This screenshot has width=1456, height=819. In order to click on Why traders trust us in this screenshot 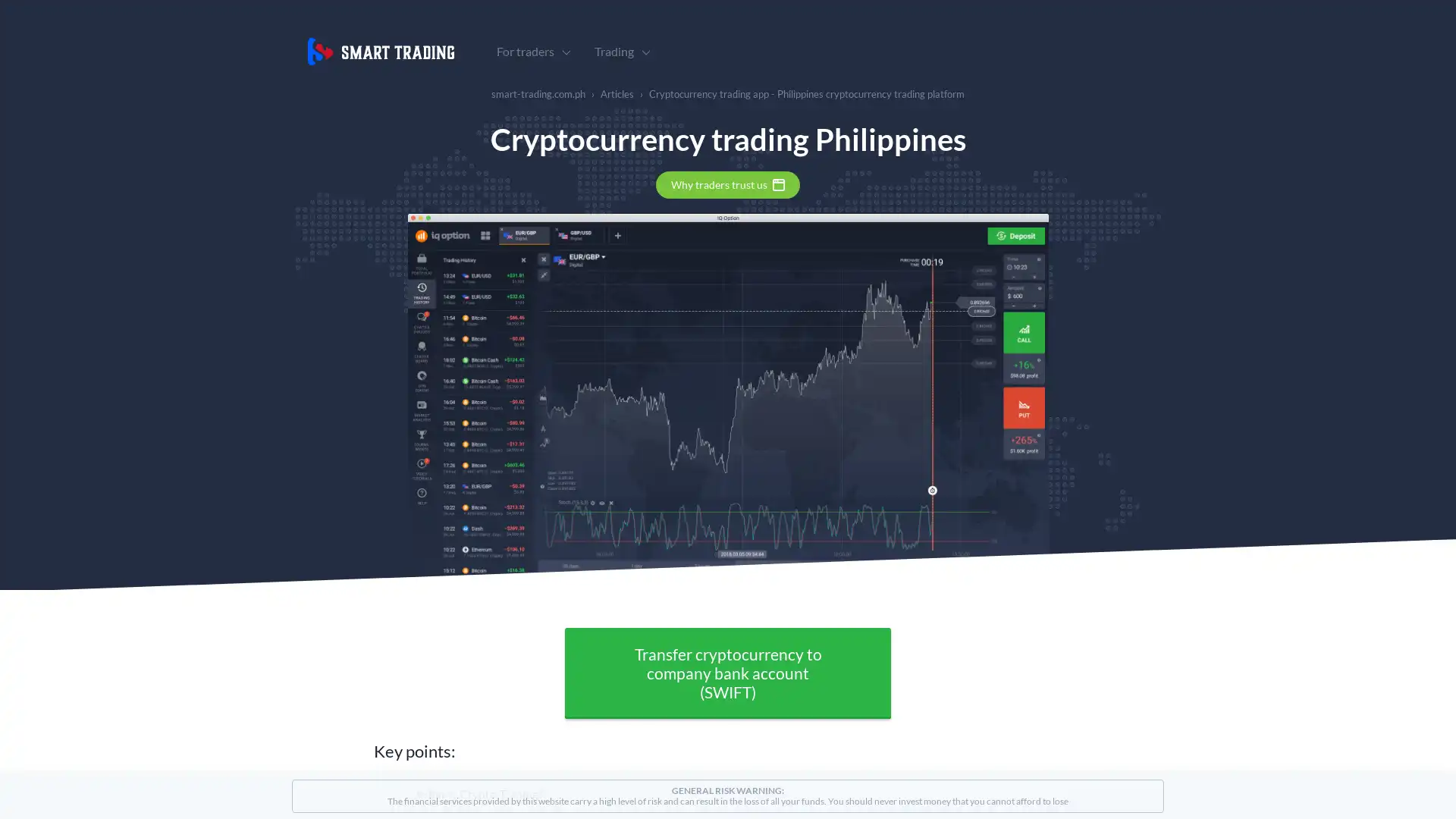, I will do `click(728, 184)`.